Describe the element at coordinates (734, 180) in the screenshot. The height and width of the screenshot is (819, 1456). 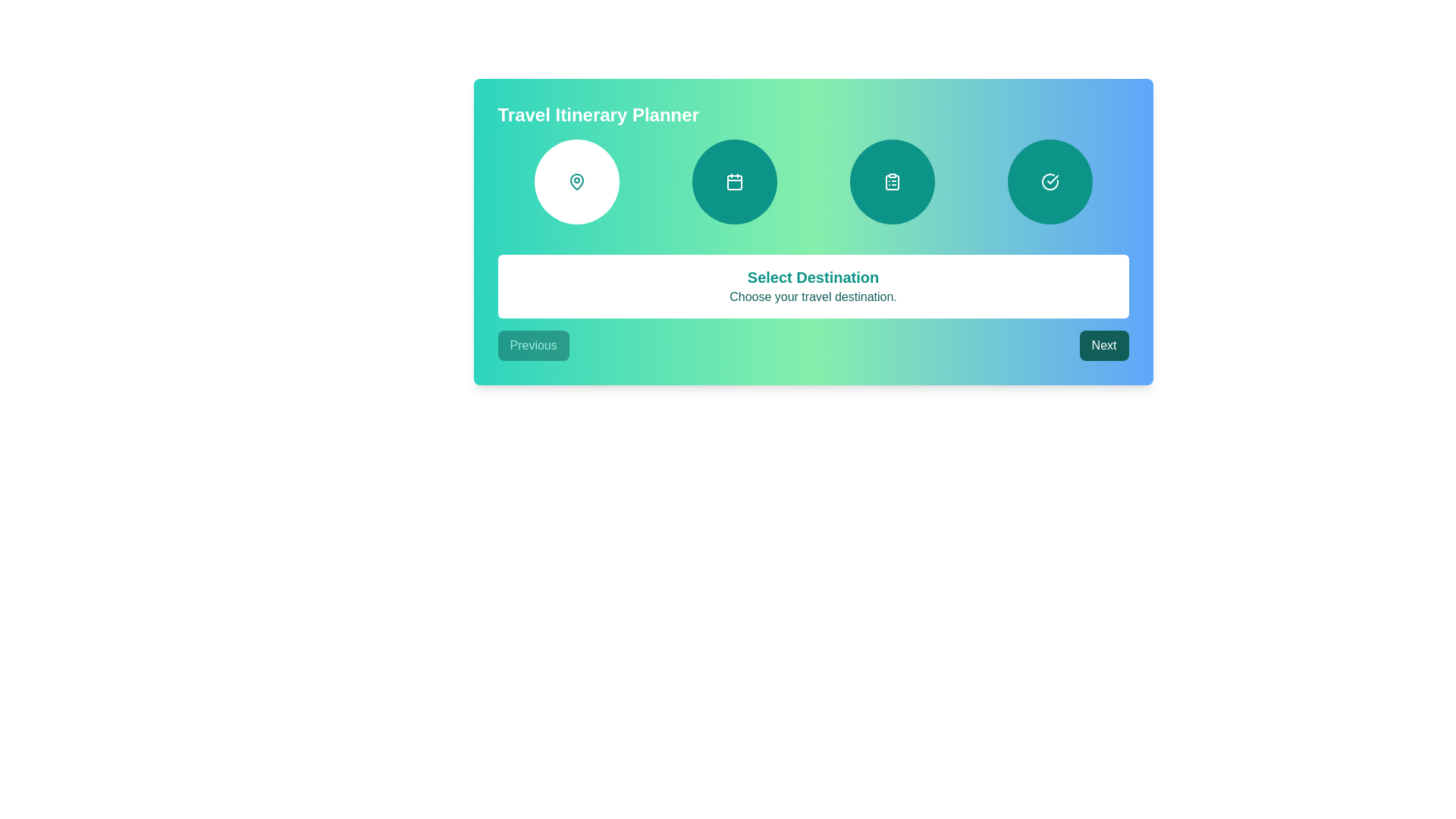
I see `the circular teal green button with a white calendar icon` at that location.